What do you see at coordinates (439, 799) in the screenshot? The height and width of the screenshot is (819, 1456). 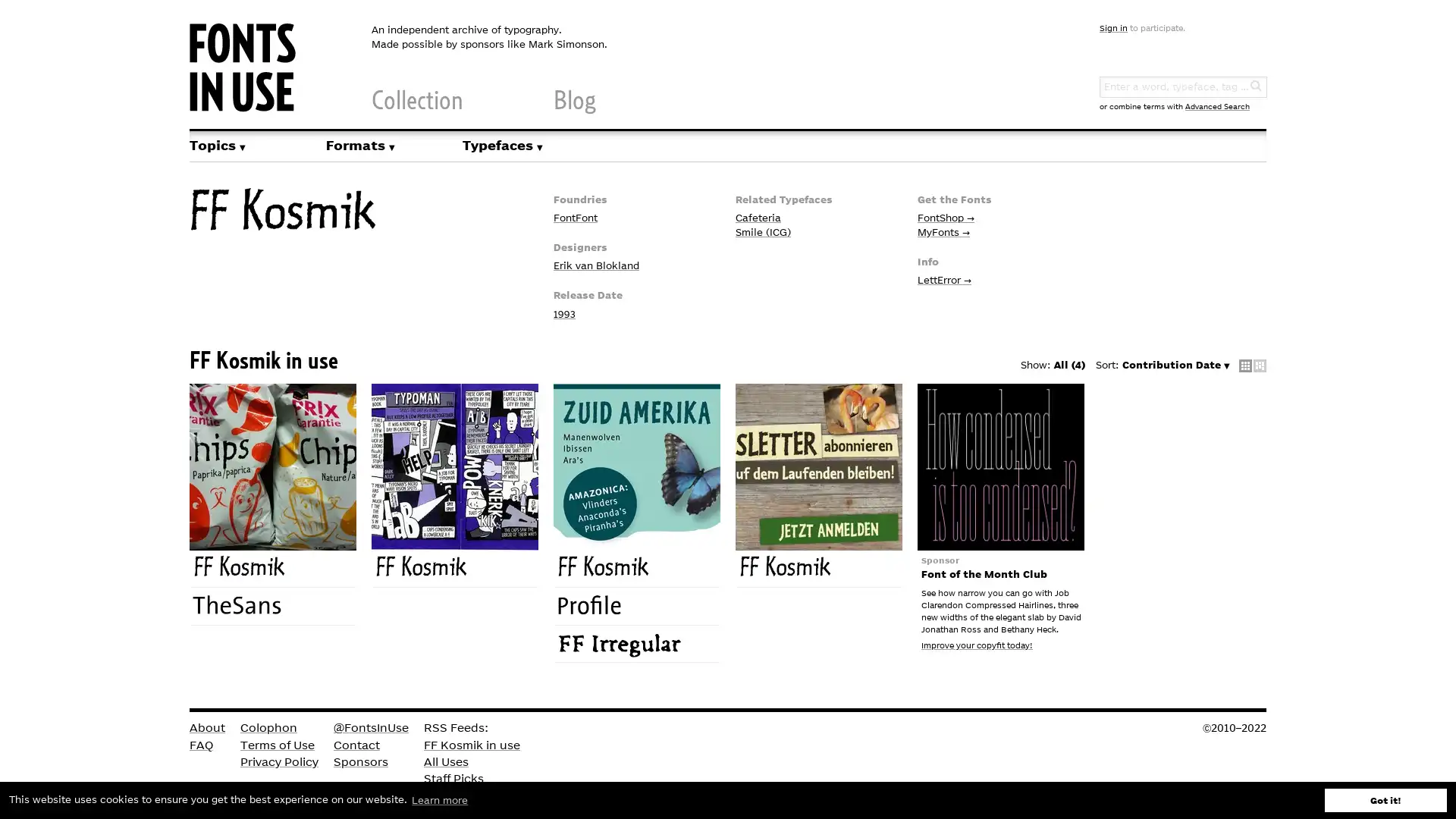 I see `learn more about cookies` at bounding box center [439, 799].